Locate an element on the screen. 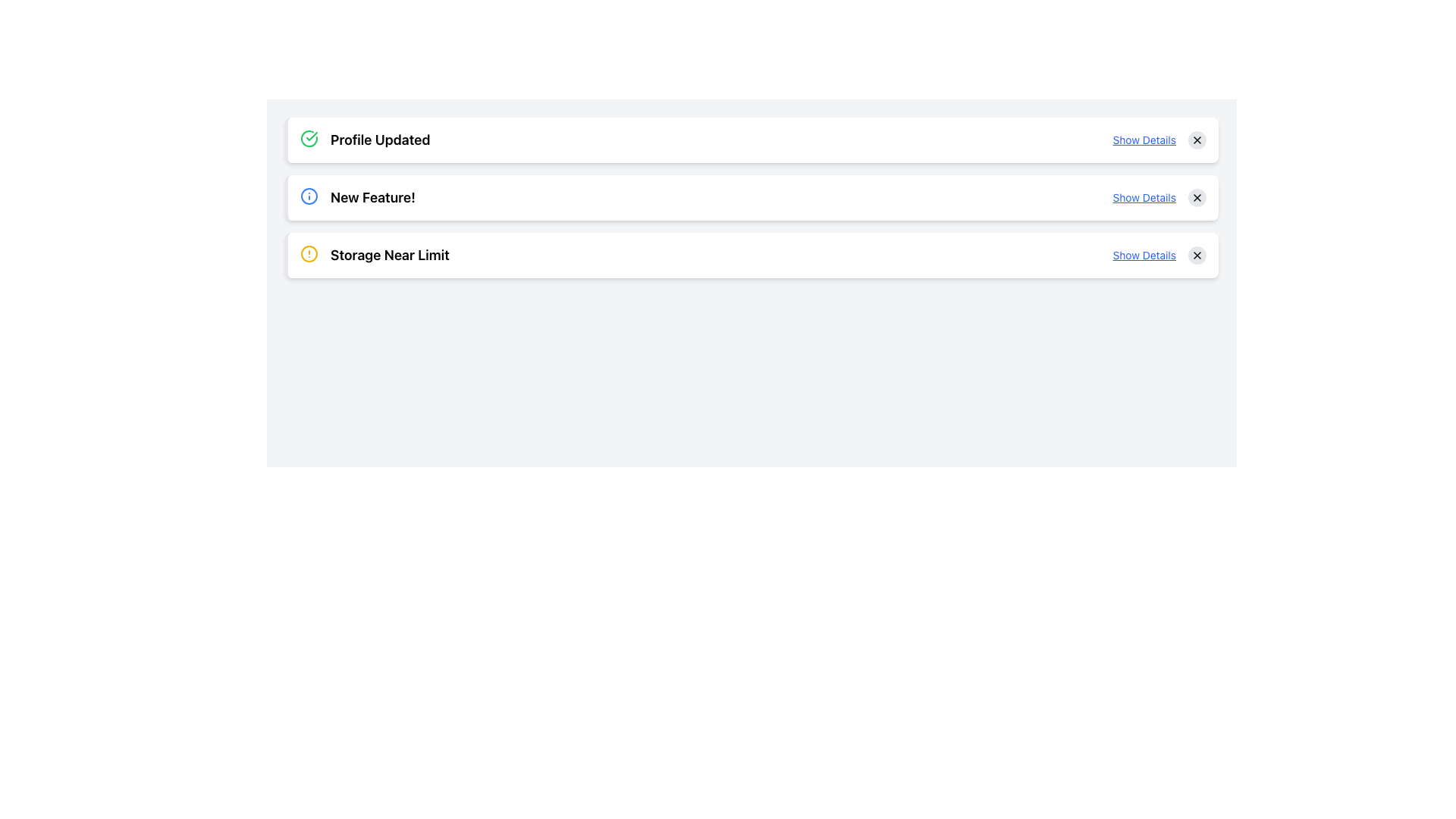  the text link located at the right end of the third row in the notifications list is located at coordinates (1144, 254).